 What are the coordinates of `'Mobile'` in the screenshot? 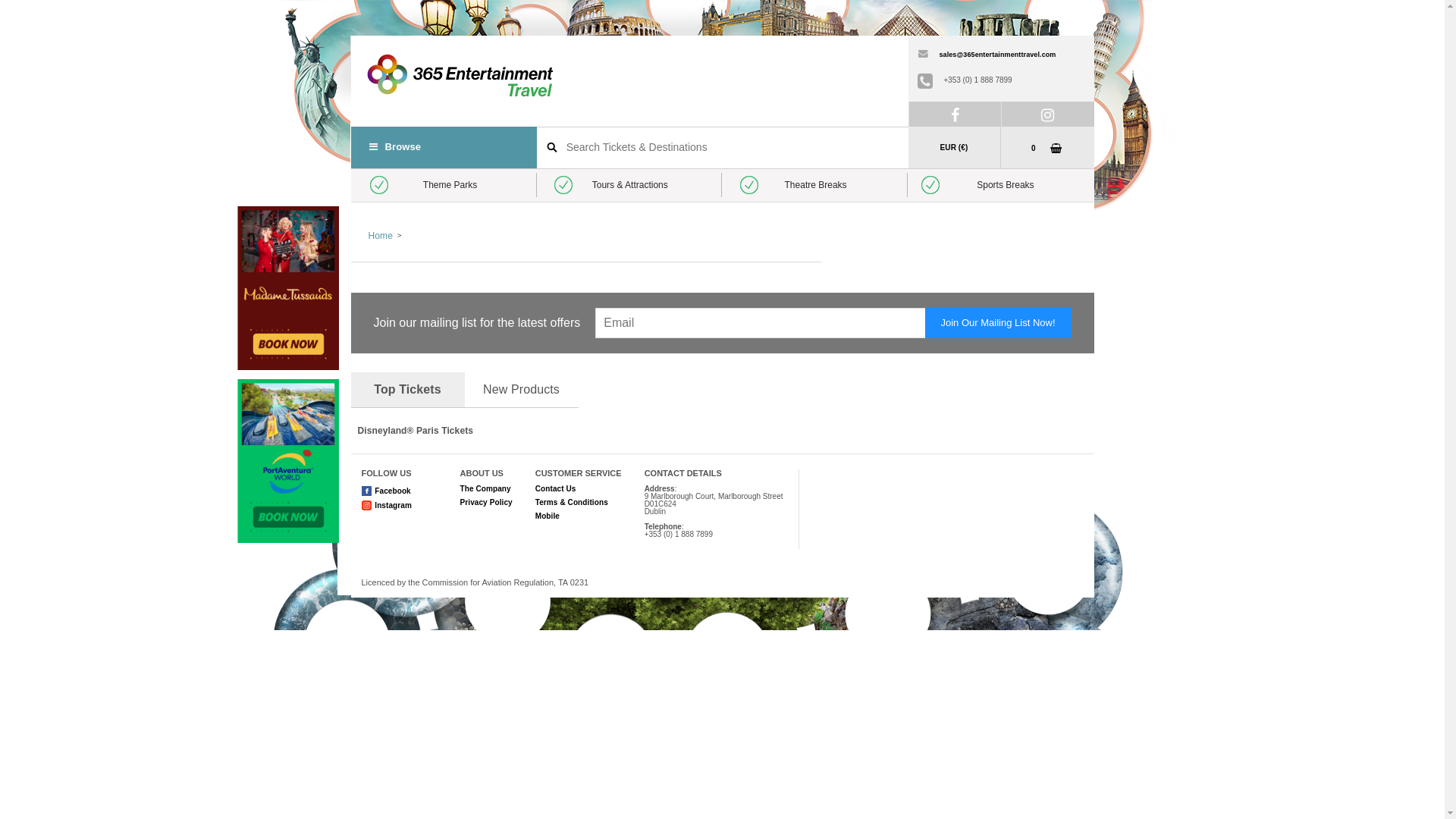 It's located at (546, 515).